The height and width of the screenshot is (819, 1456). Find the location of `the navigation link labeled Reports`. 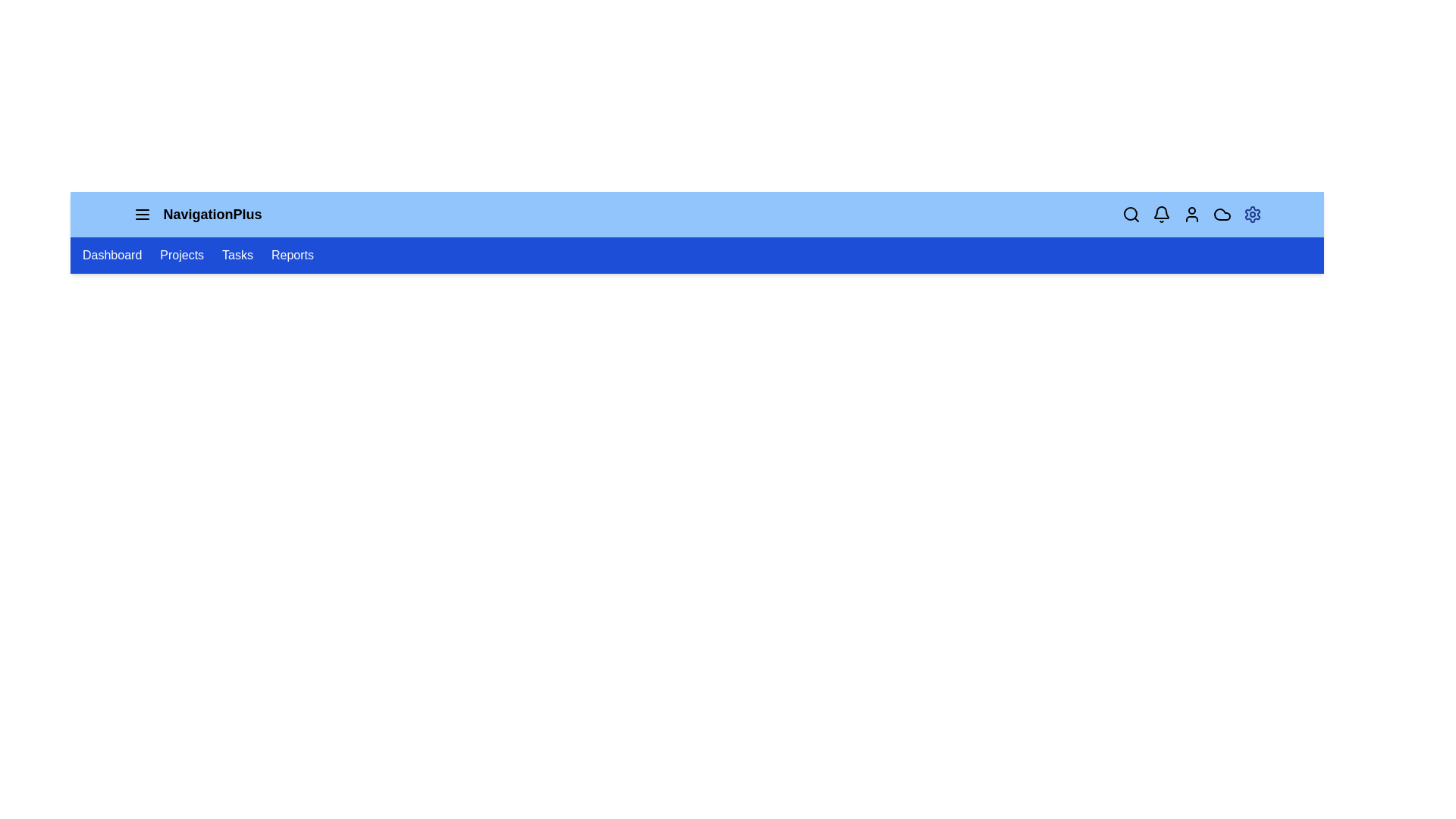

the navigation link labeled Reports is located at coordinates (292, 254).